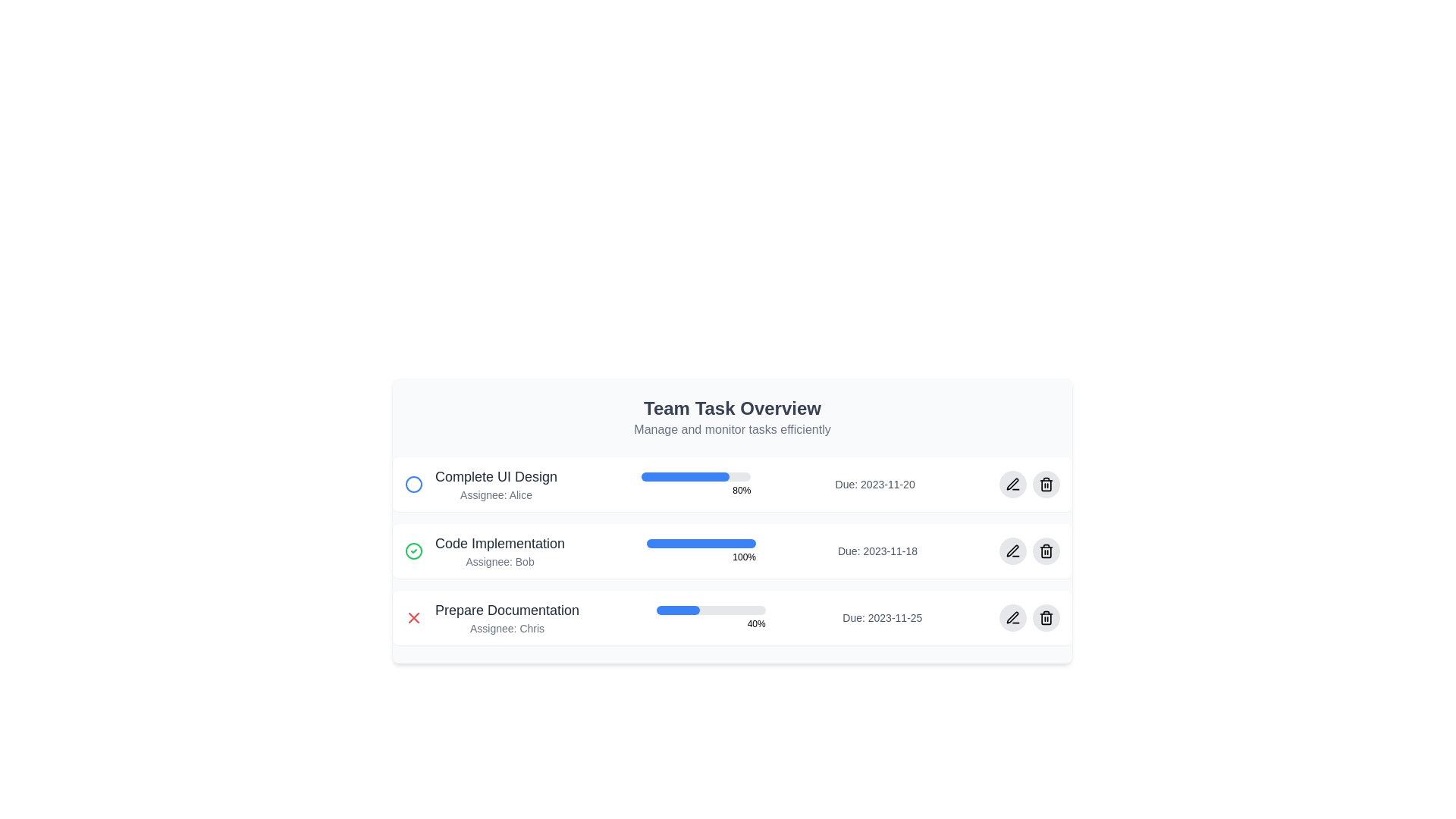 Image resolution: width=1456 pixels, height=819 pixels. Describe the element at coordinates (1012, 485) in the screenshot. I see `the circular button with a light gray background and a black pen icon, located on the right side of the topmost task row, to trigger the hover style change` at that location.